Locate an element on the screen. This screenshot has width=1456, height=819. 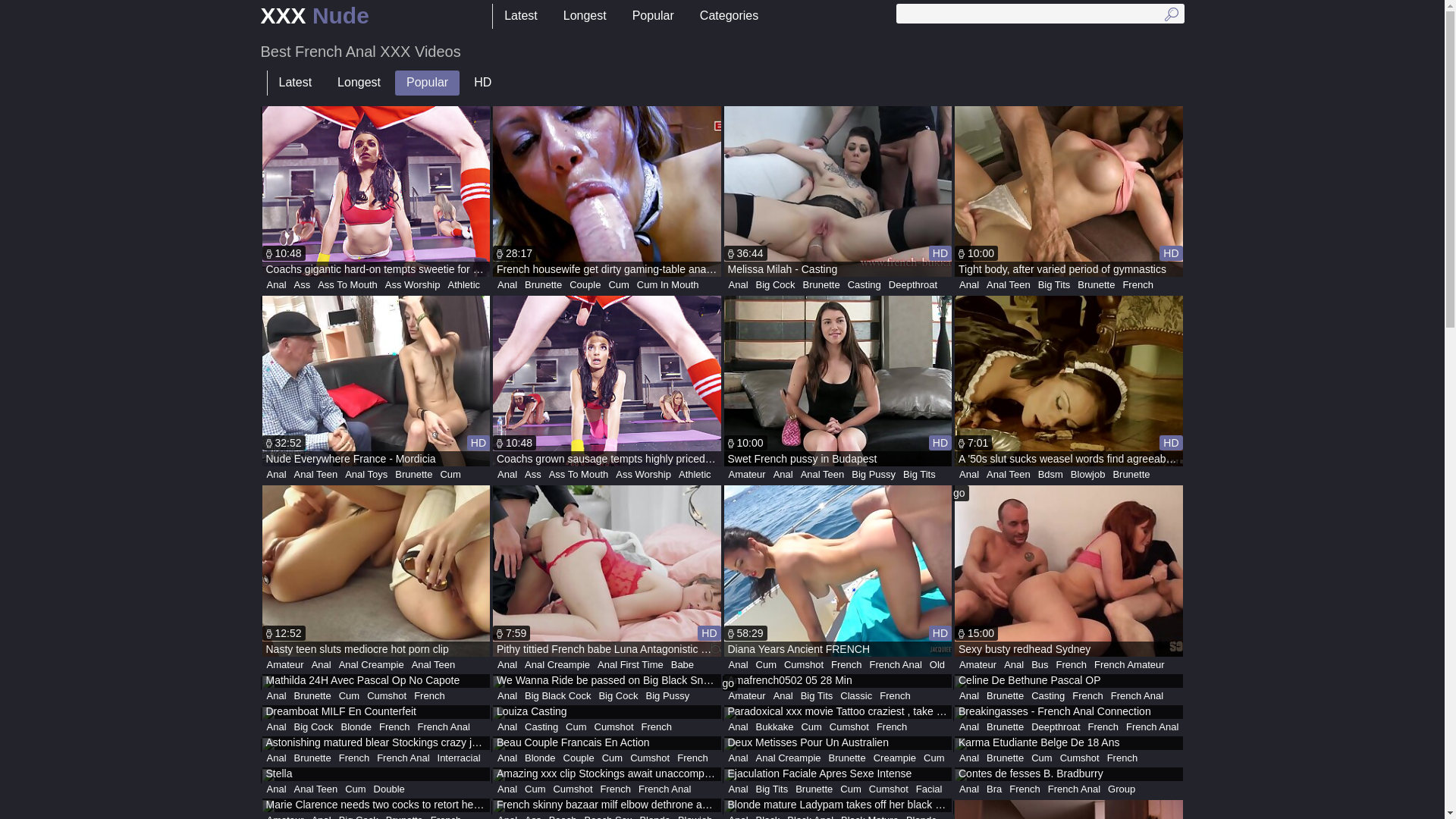
'Sexy busty redhead Sydney is located at coordinates (1068, 570).